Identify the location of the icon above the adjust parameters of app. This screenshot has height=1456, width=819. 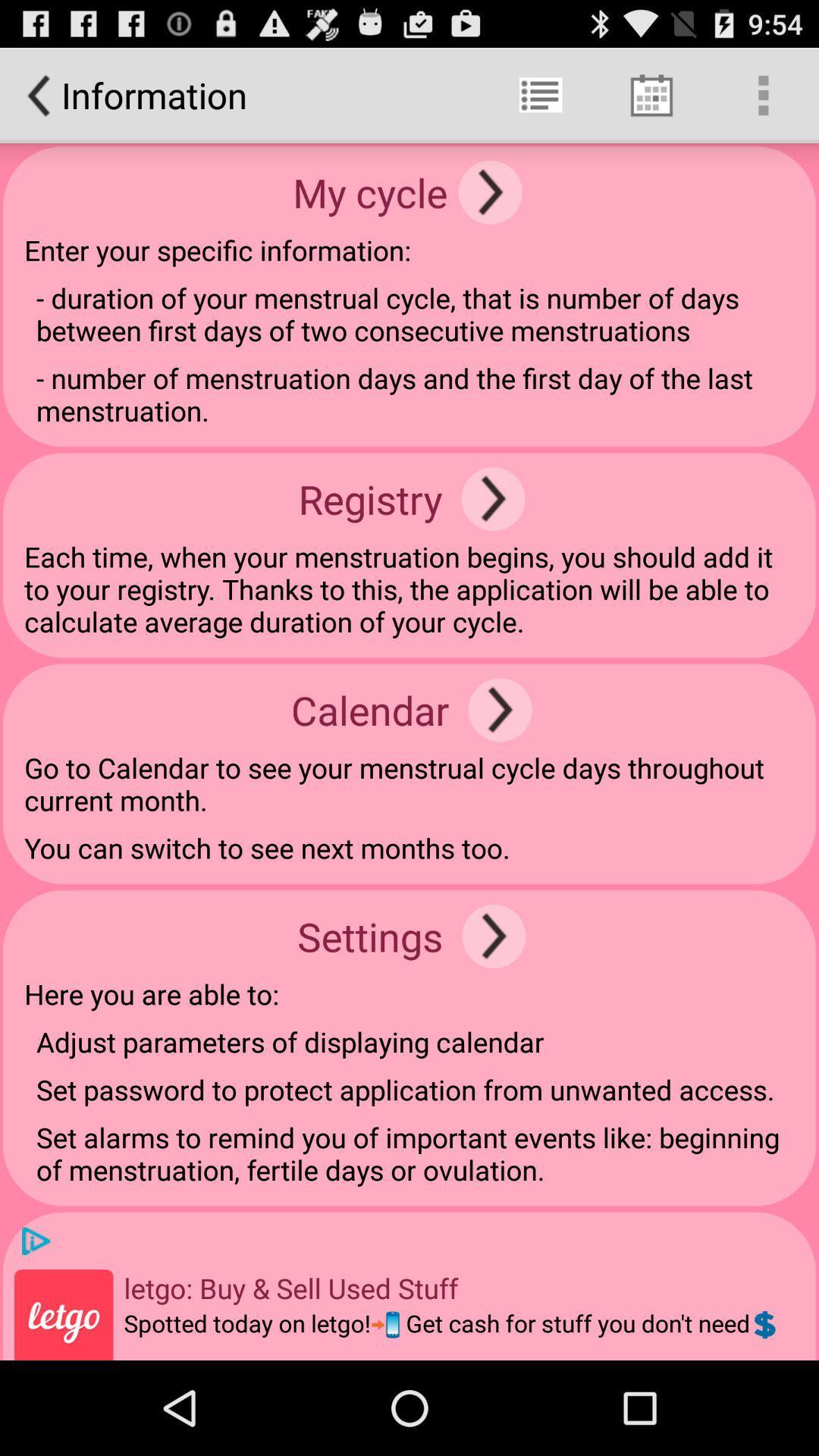
(494, 935).